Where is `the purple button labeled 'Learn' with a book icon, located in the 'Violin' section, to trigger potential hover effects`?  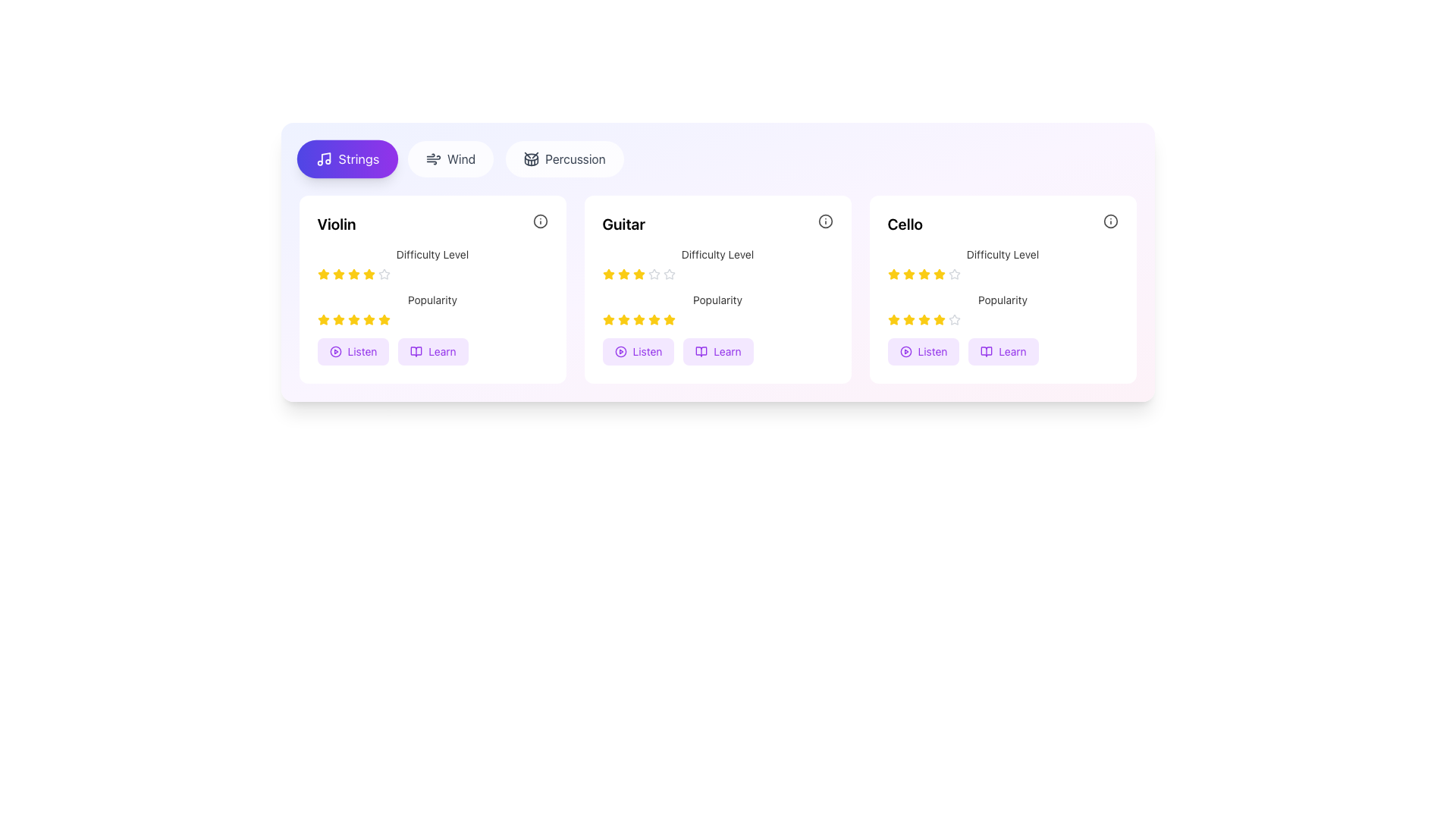 the purple button labeled 'Learn' with a book icon, located in the 'Violin' section, to trigger potential hover effects is located at coordinates (432, 351).